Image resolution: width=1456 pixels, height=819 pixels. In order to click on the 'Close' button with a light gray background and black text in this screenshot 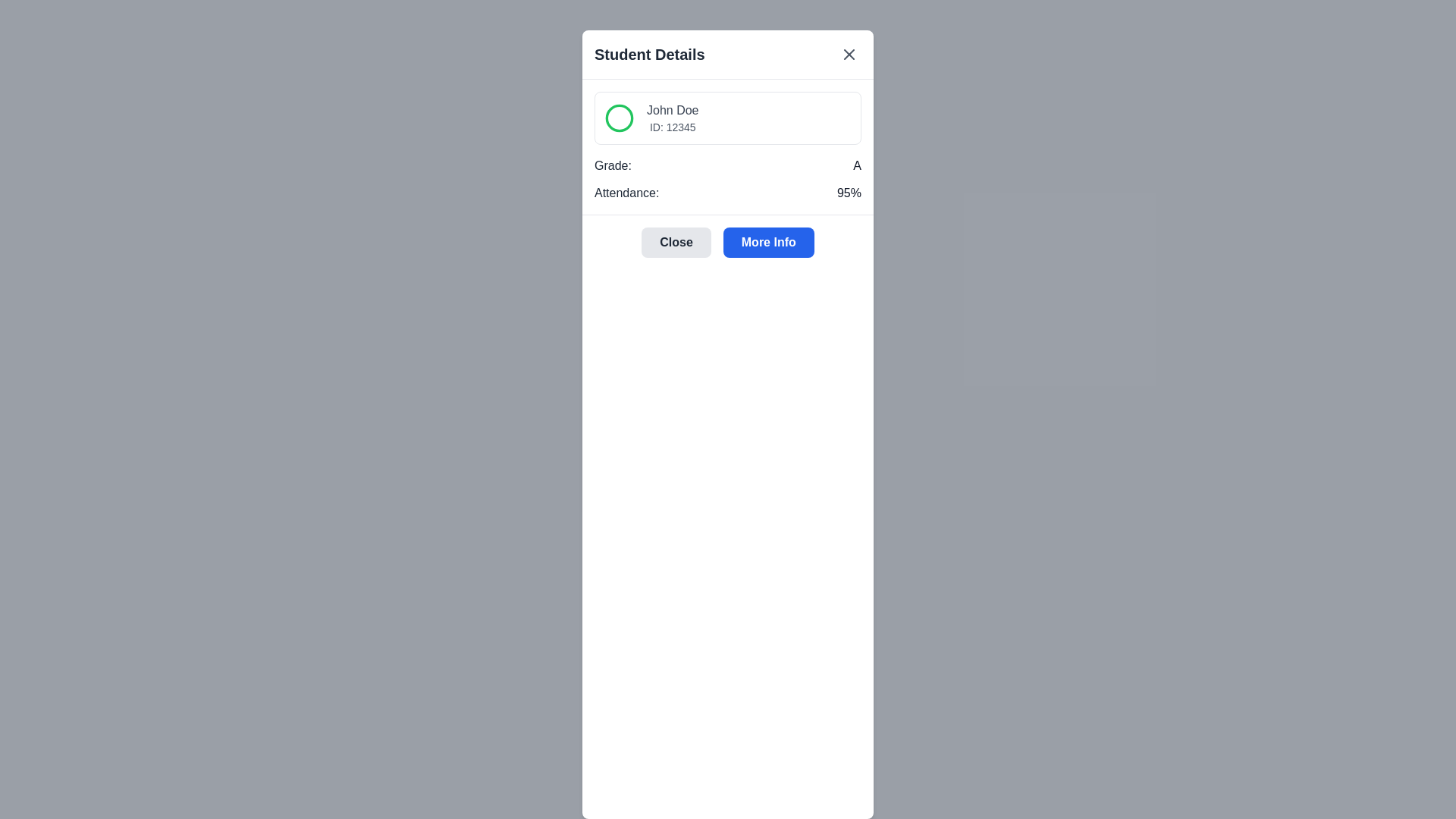, I will do `click(676, 242)`.